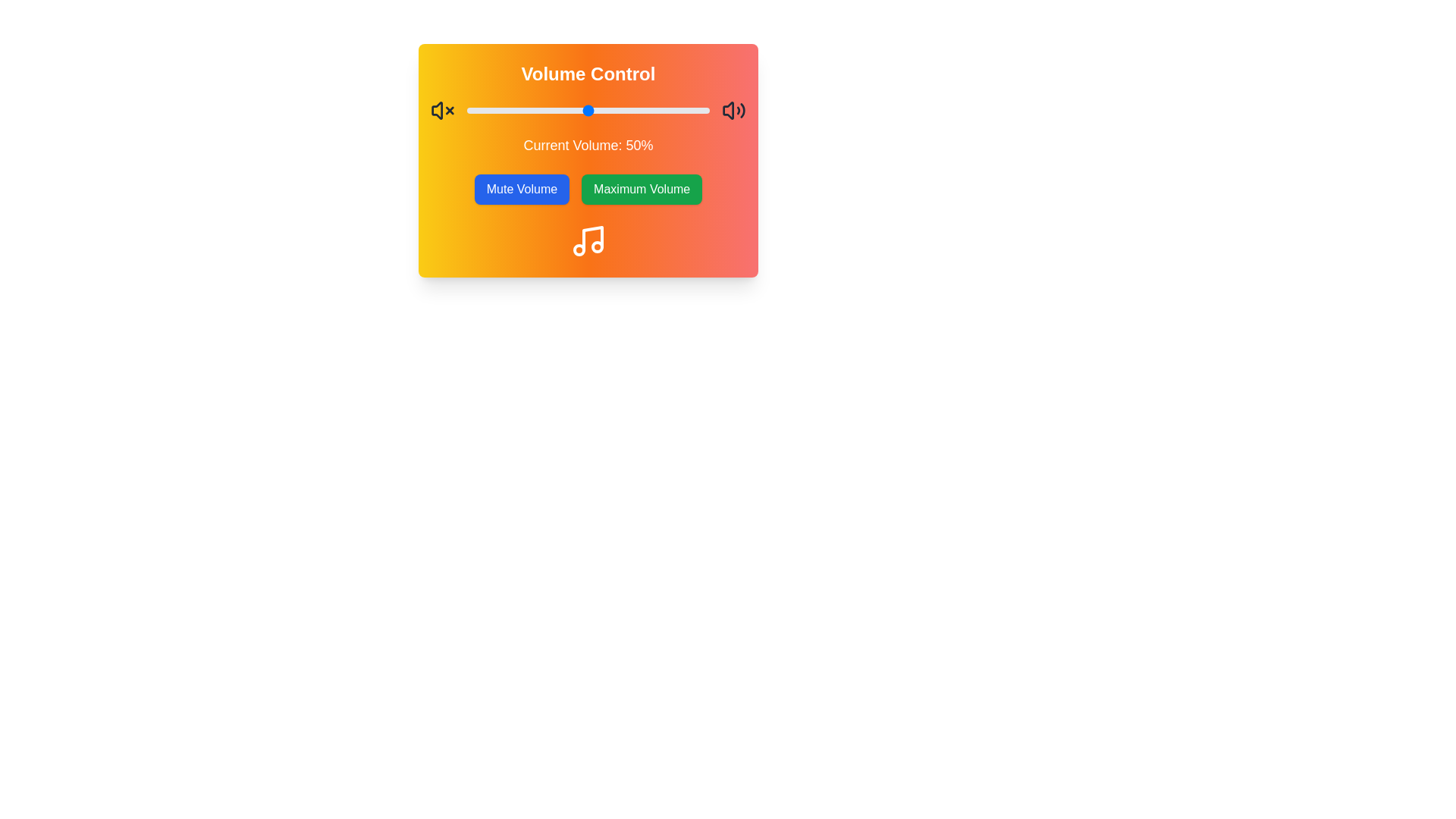  Describe the element at coordinates (620, 110) in the screenshot. I see `the volume slider to 63%` at that location.